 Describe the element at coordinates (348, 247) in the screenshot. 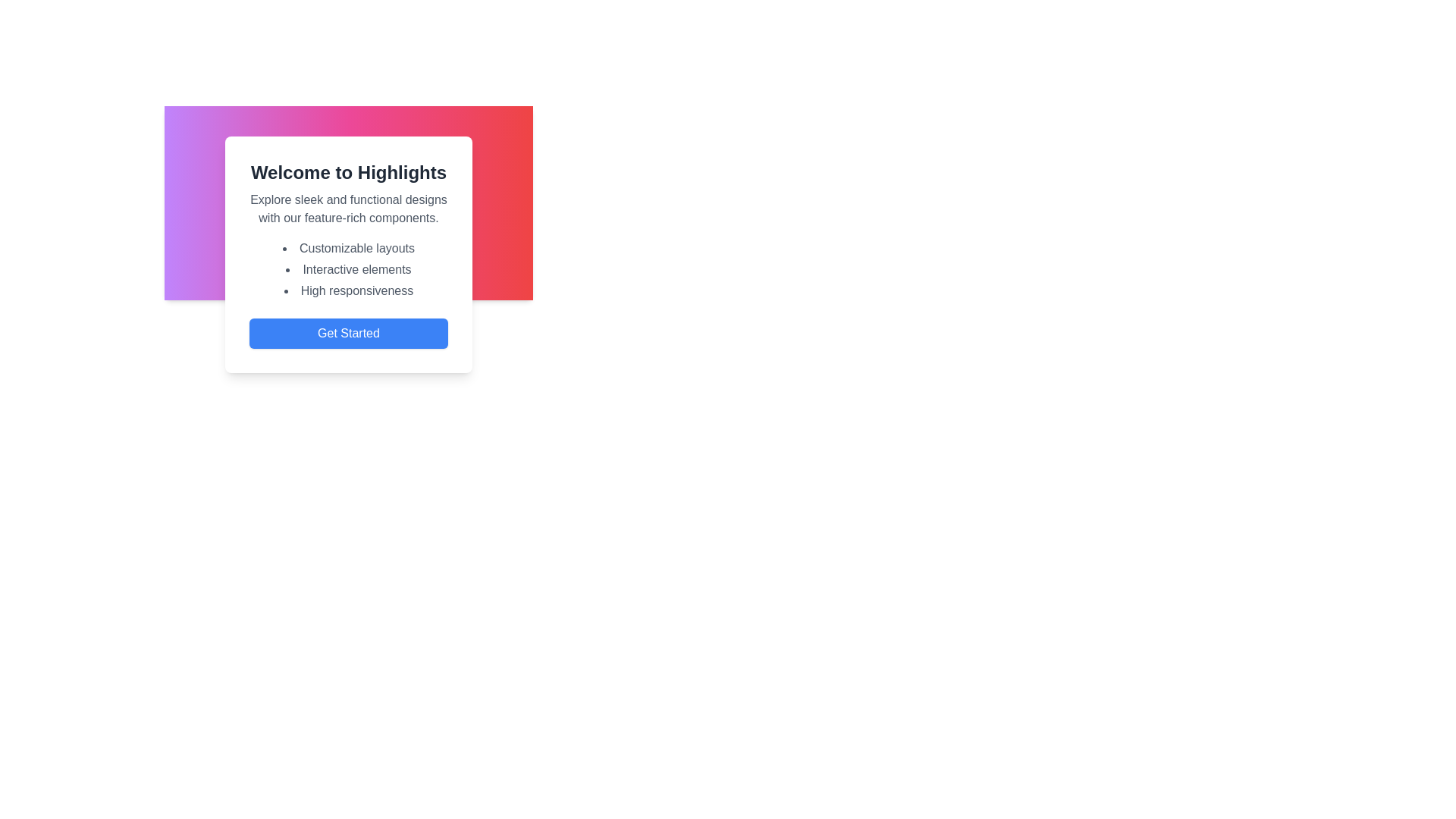

I see `the first list item that contains the text 'Customizable layouts' in a bullet-point format, located in the center of a white card under the title 'Welcome` at that location.